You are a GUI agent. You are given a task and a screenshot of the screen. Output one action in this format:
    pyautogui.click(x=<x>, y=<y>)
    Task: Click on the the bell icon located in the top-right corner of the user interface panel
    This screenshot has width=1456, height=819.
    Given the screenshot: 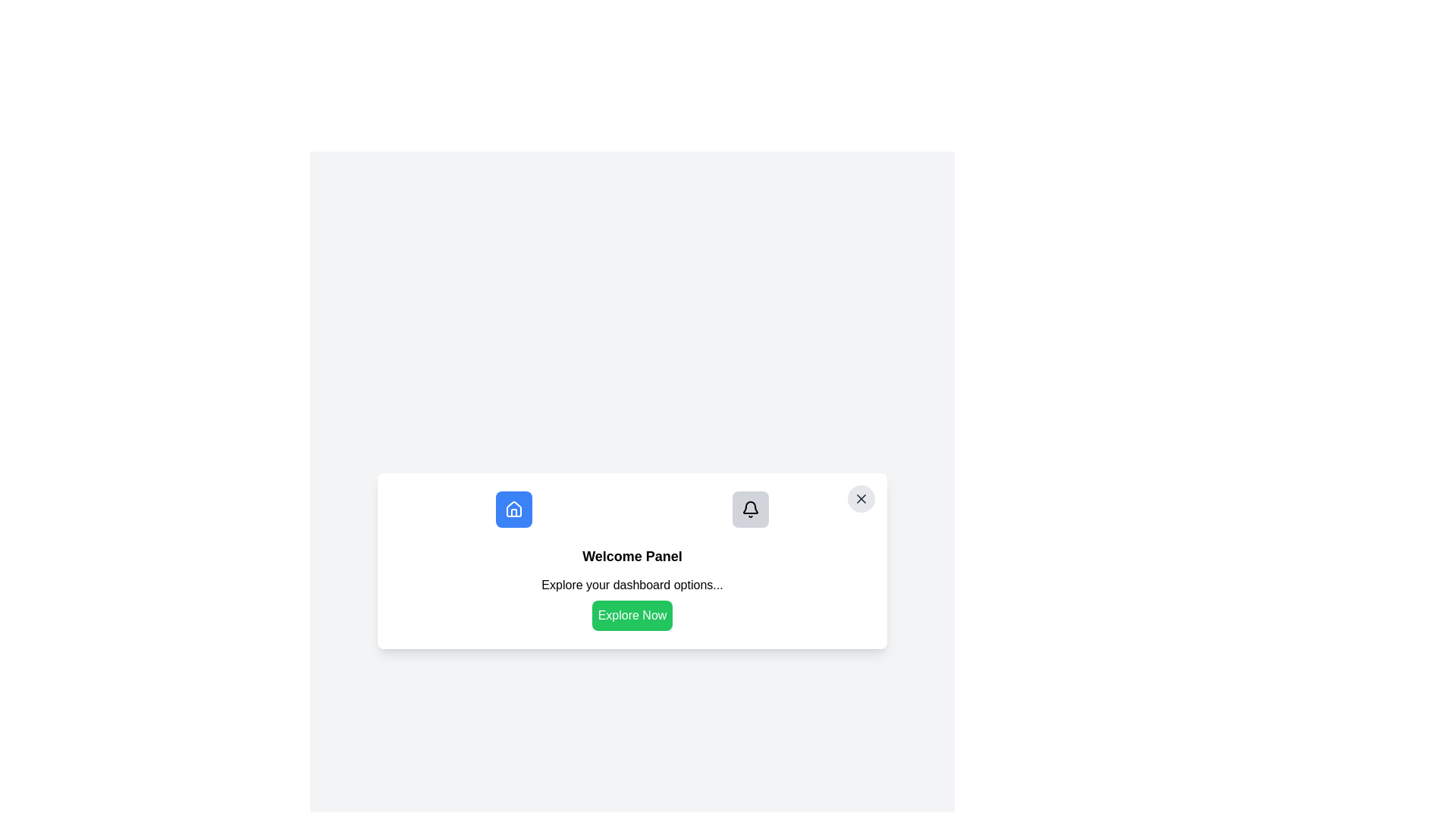 What is the action you would take?
    pyautogui.click(x=750, y=507)
    